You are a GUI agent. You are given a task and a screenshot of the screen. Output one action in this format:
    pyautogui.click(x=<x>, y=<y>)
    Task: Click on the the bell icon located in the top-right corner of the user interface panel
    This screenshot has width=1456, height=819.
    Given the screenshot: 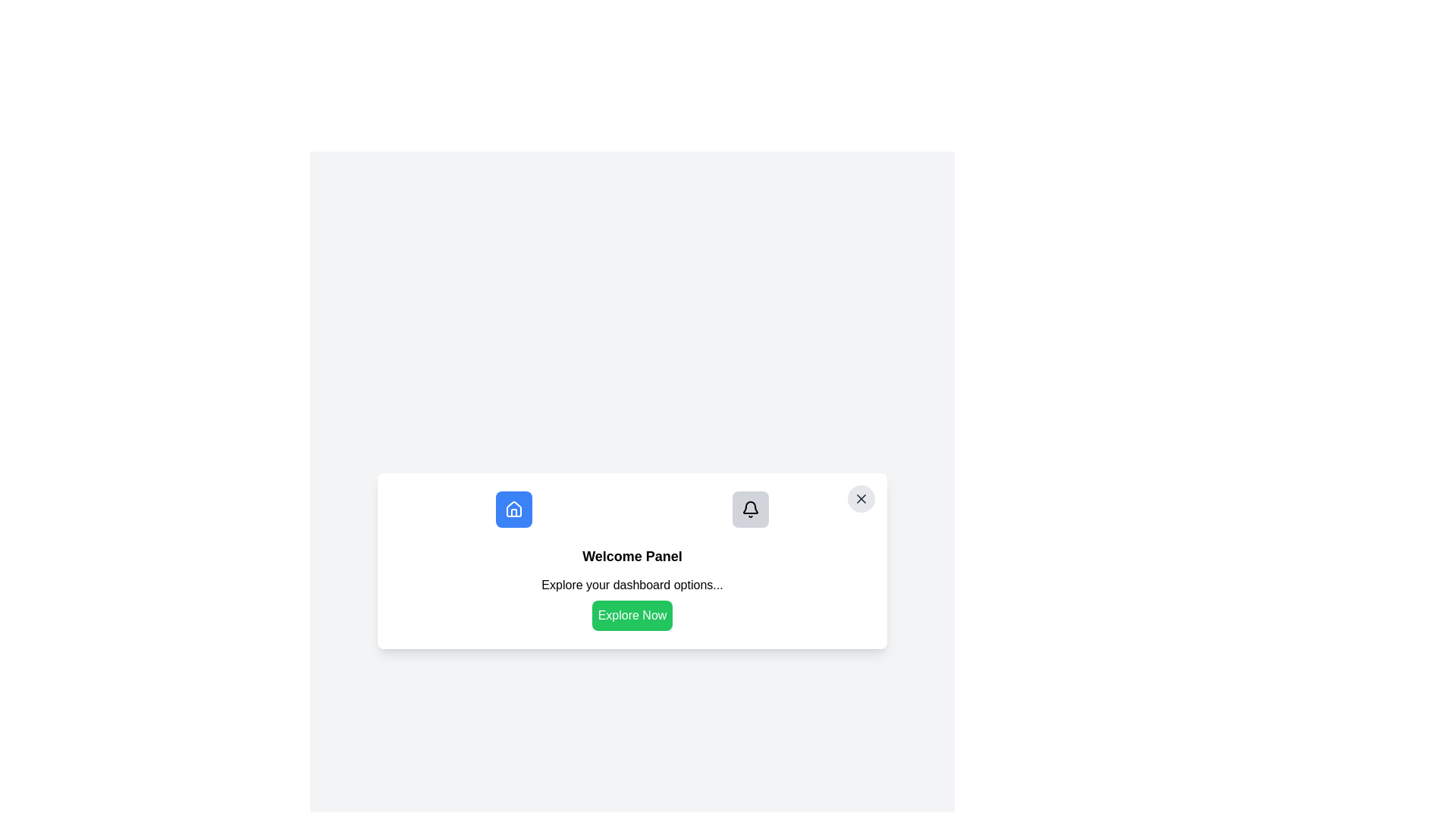 What is the action you would take?
    pyautogui.click(x=750, y=507)
    